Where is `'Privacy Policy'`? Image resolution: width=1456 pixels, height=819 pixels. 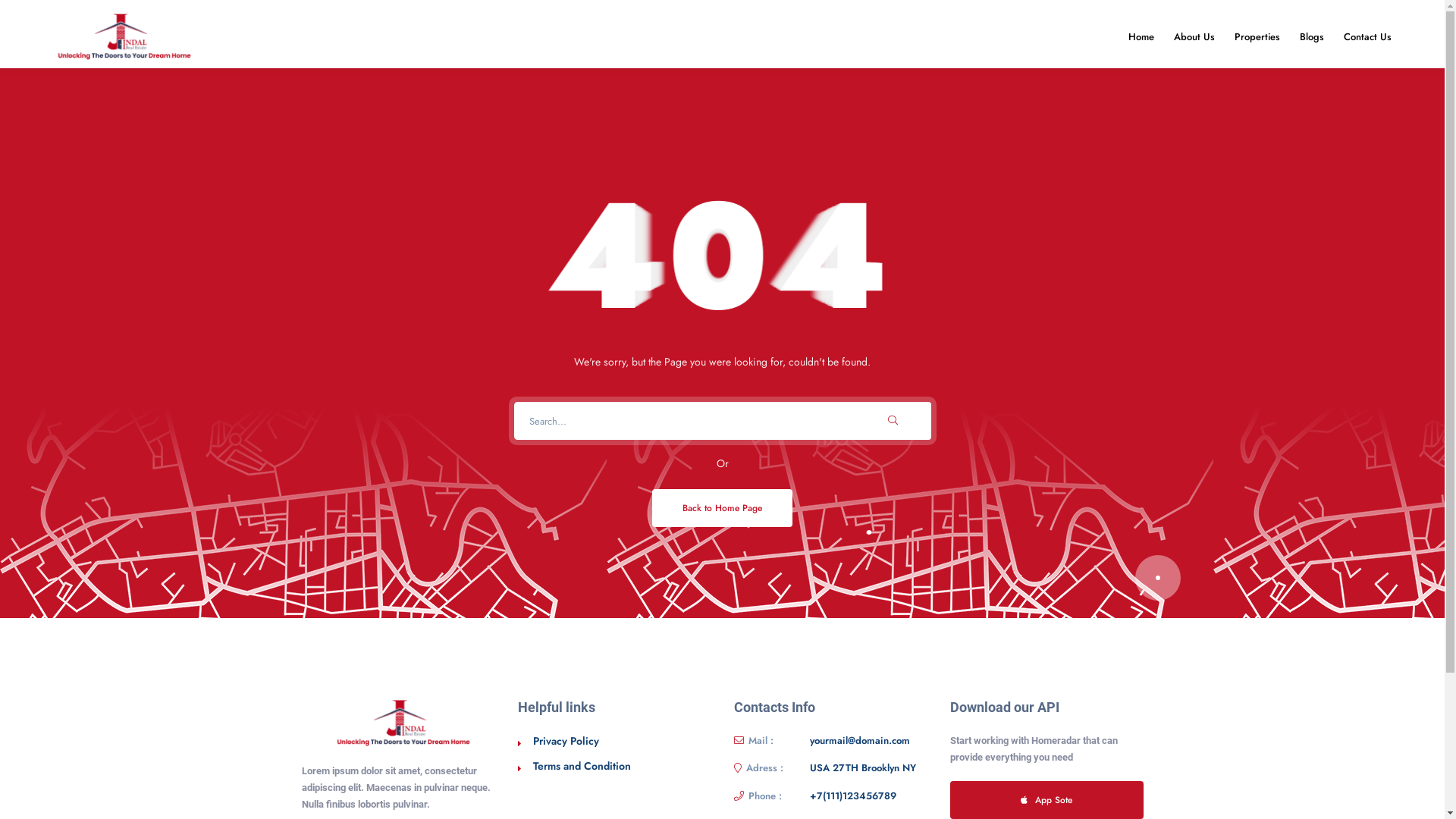
'Privacy Policy' is located at coordinates (564, 739).